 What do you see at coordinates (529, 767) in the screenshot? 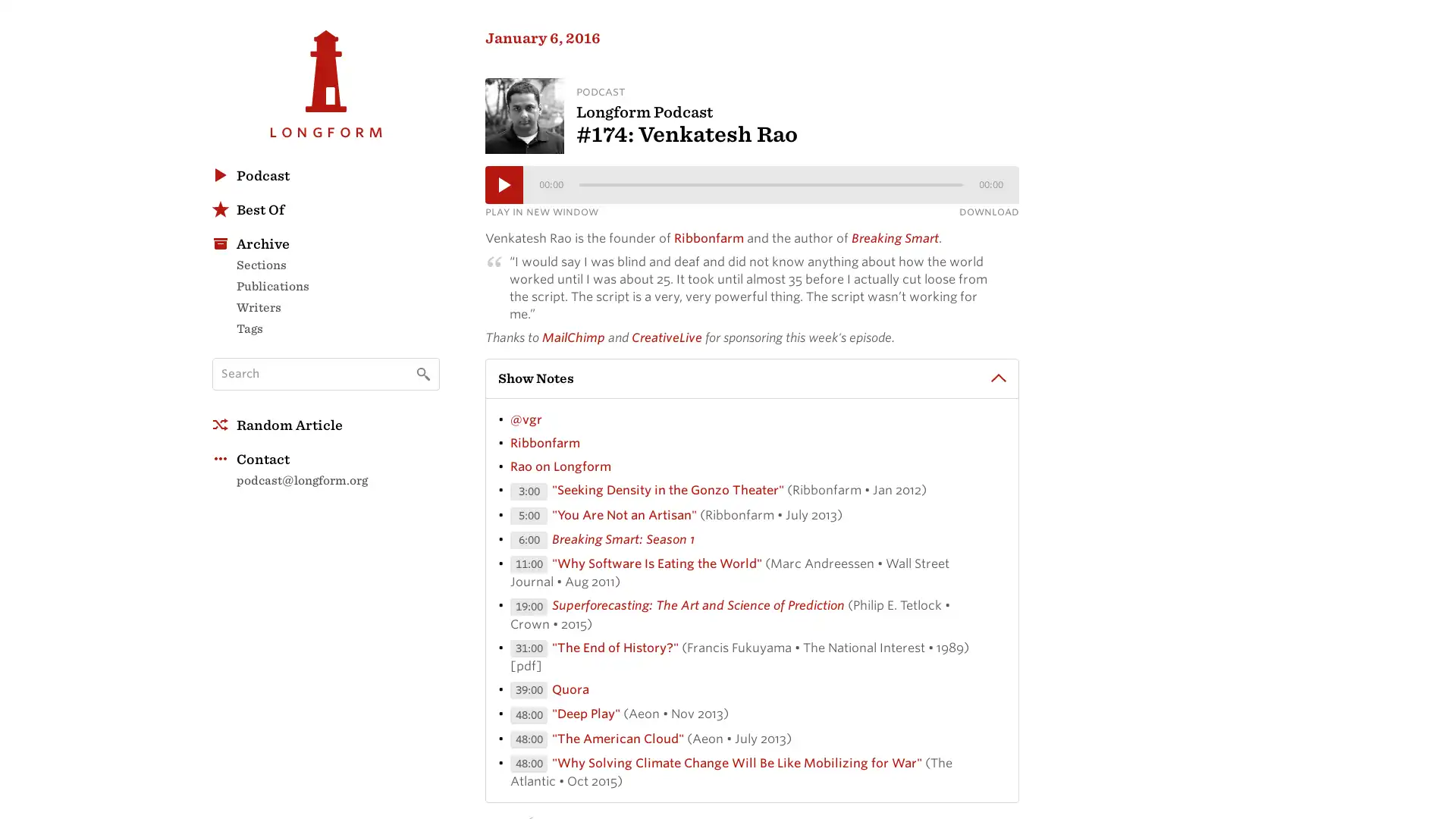
I see `48:00` at bounding box center [529, 767].